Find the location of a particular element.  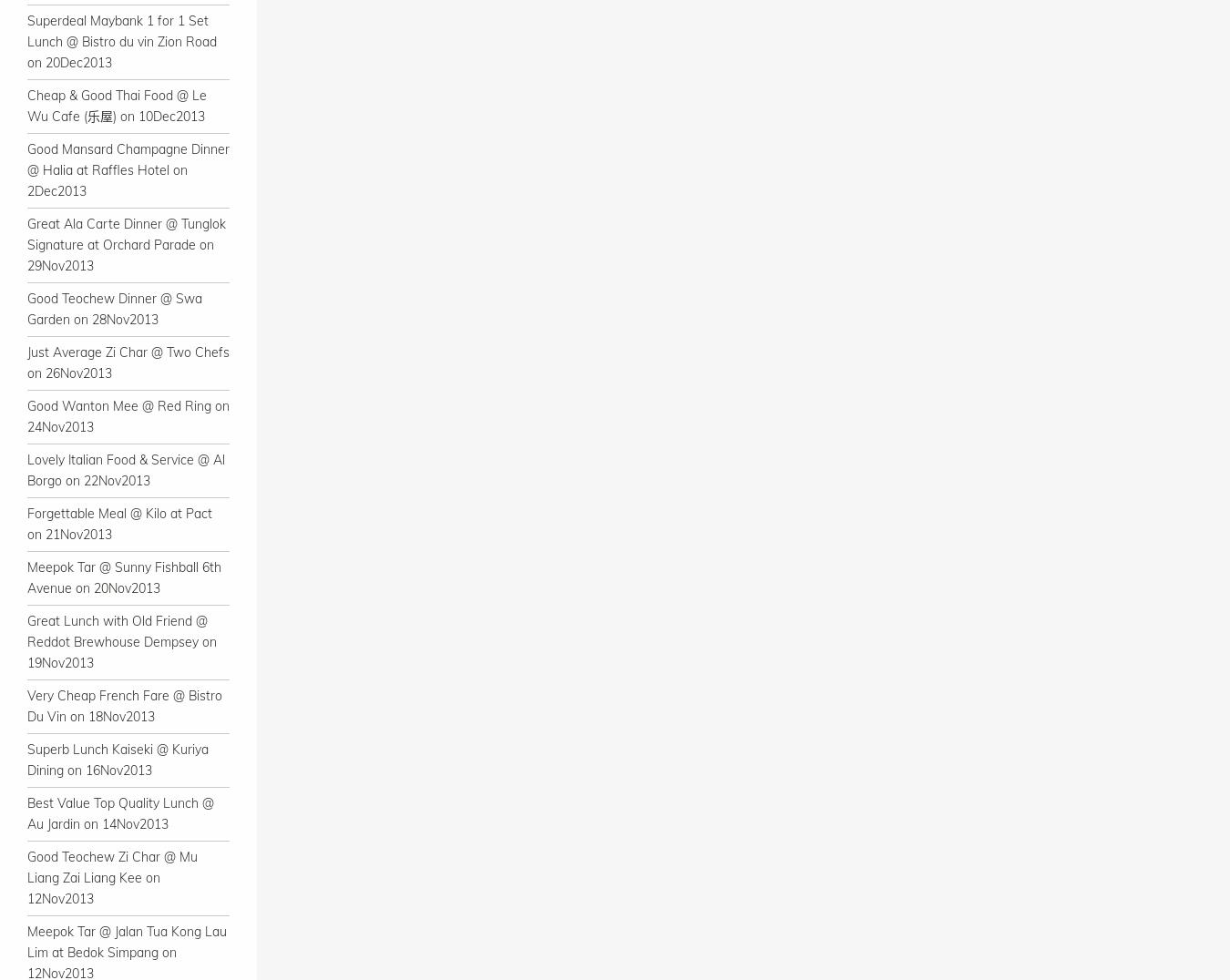

'Cheap & Good Thai Food @ Le Wu Cafe (乐屋) on 10Dec2013' is located at coordinates (117, 105).